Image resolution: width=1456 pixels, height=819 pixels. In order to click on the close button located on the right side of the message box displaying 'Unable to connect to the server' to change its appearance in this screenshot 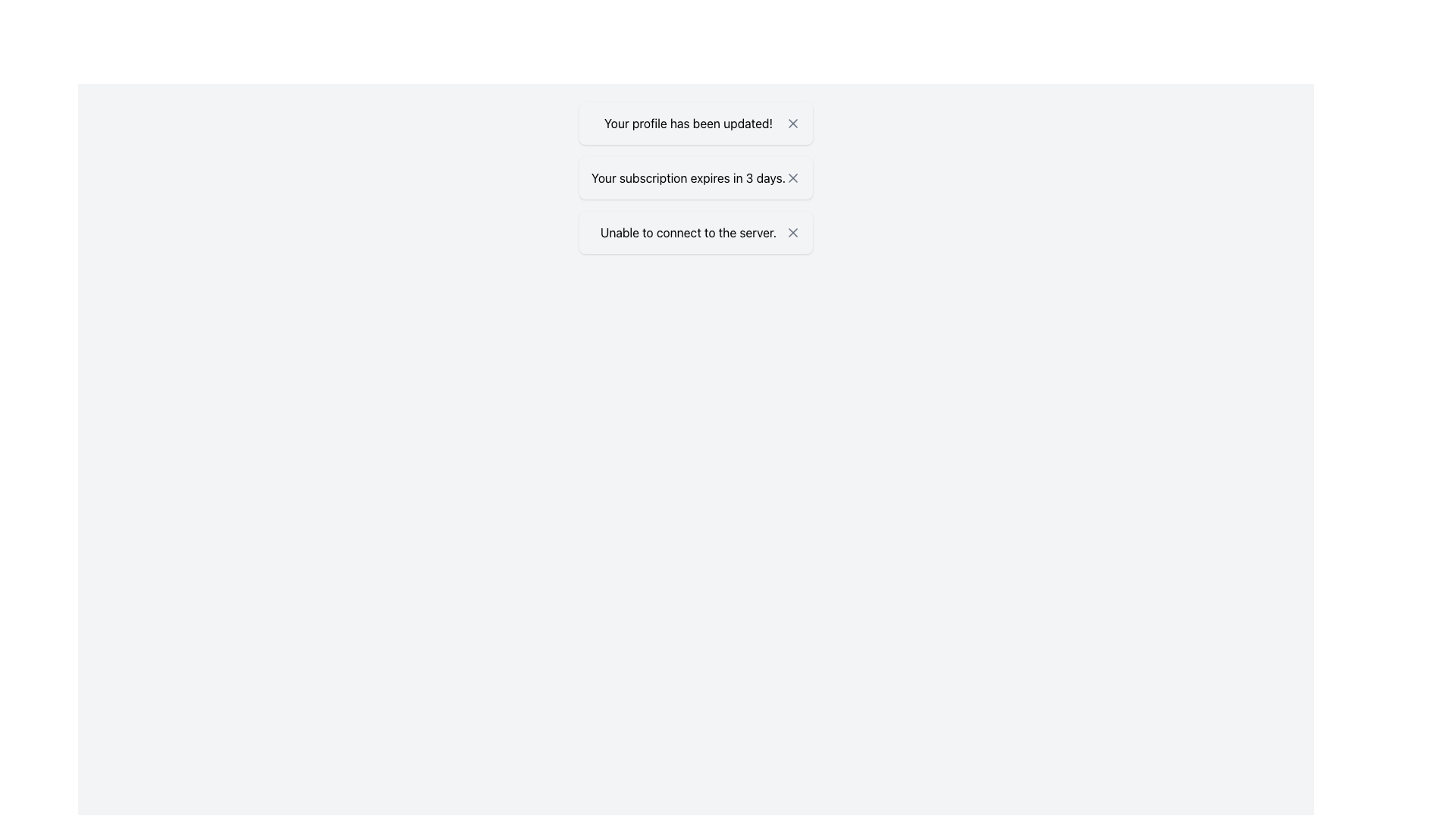, I will do `click(792, 233)`.